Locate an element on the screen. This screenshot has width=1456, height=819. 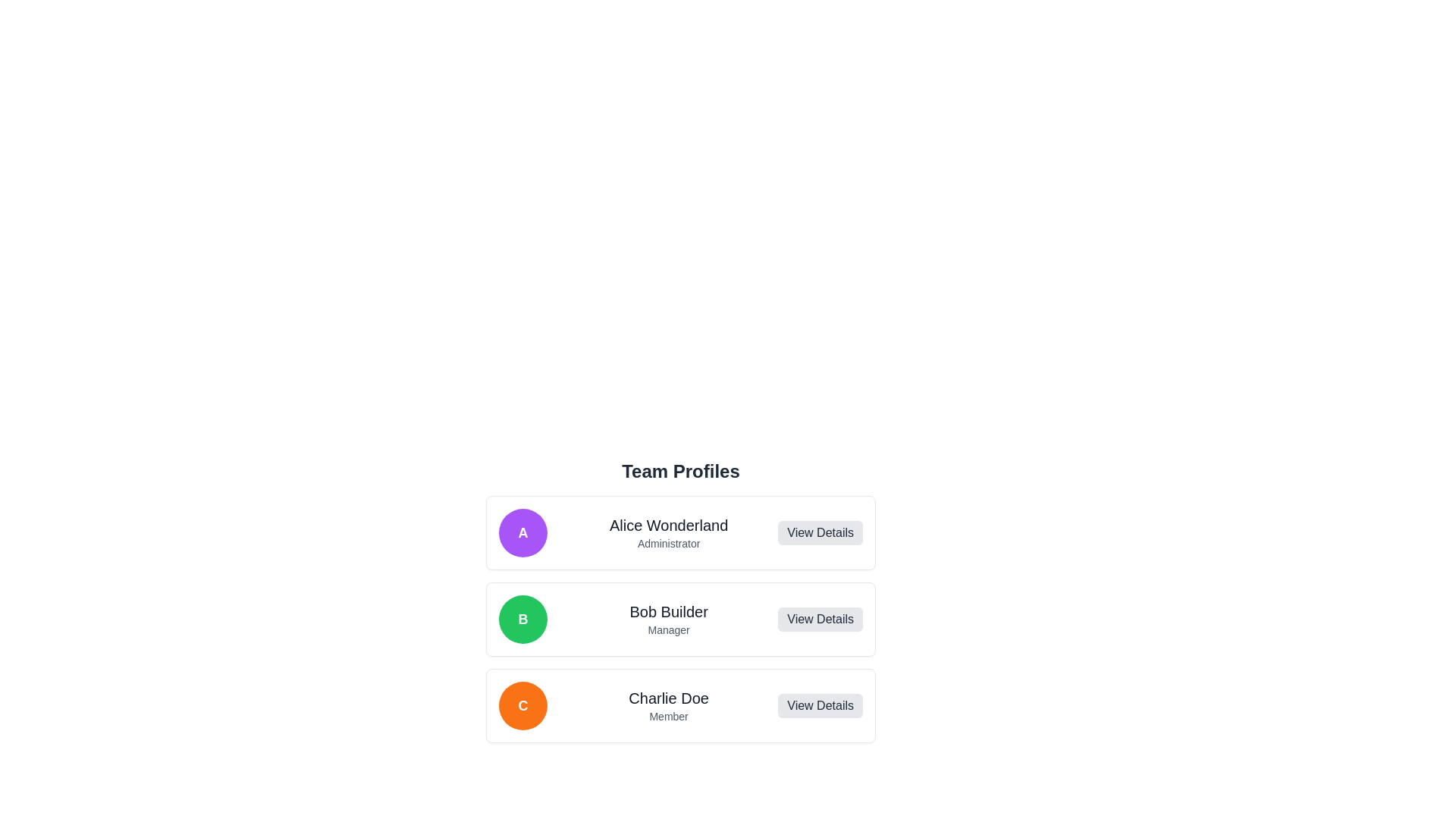
the Profile card for 'Bob Builder', which is the second card in the list, to interact with it is located at coordinates (679, 584).